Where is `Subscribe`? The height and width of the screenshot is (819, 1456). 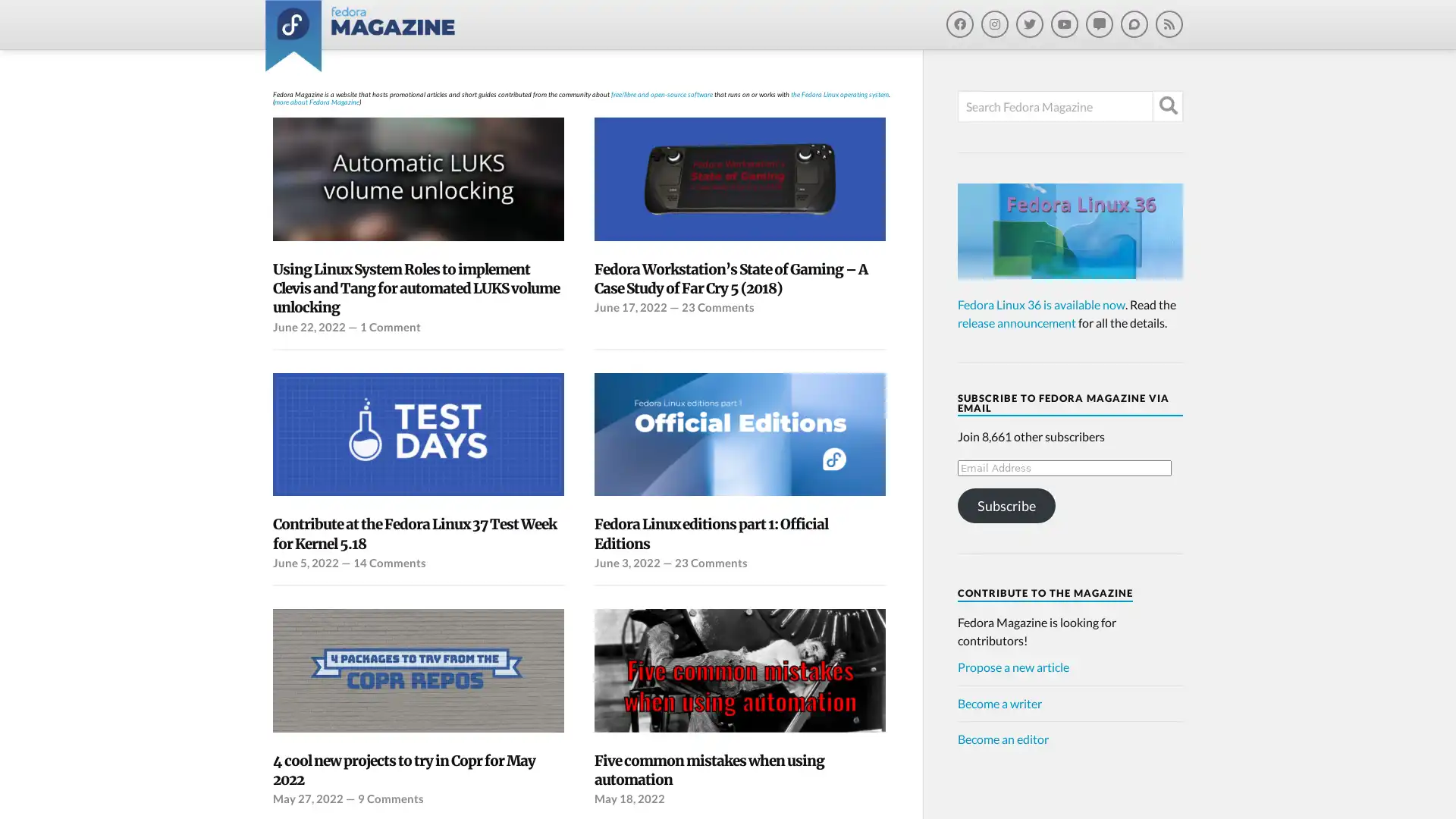
Subscribe is located at coordinates (1006, 506).